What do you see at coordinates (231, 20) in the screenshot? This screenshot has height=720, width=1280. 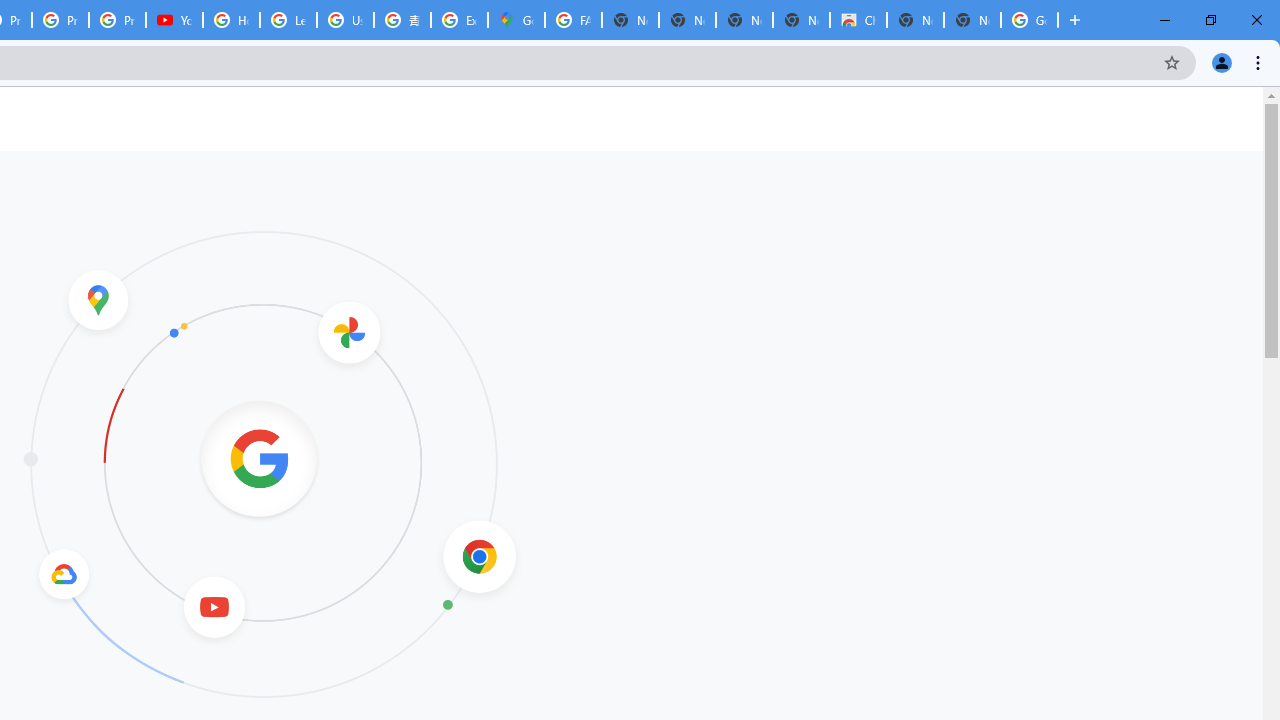 I see `'How Chrome protects your passwords - Google Chrome Help'` at bounding box center [231, 20].